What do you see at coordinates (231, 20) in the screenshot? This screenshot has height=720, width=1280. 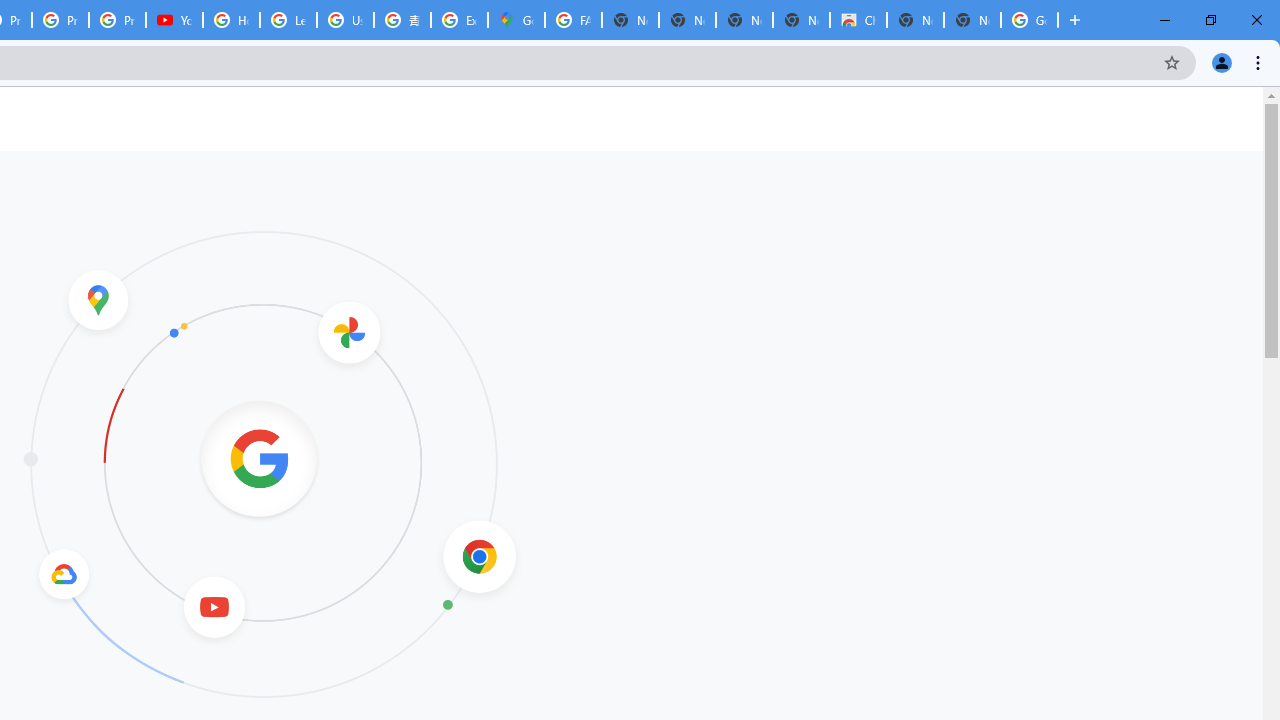 I see `'How Chrome protects your passwords - Google Chrome Help'` at bounding box center [231, 20].